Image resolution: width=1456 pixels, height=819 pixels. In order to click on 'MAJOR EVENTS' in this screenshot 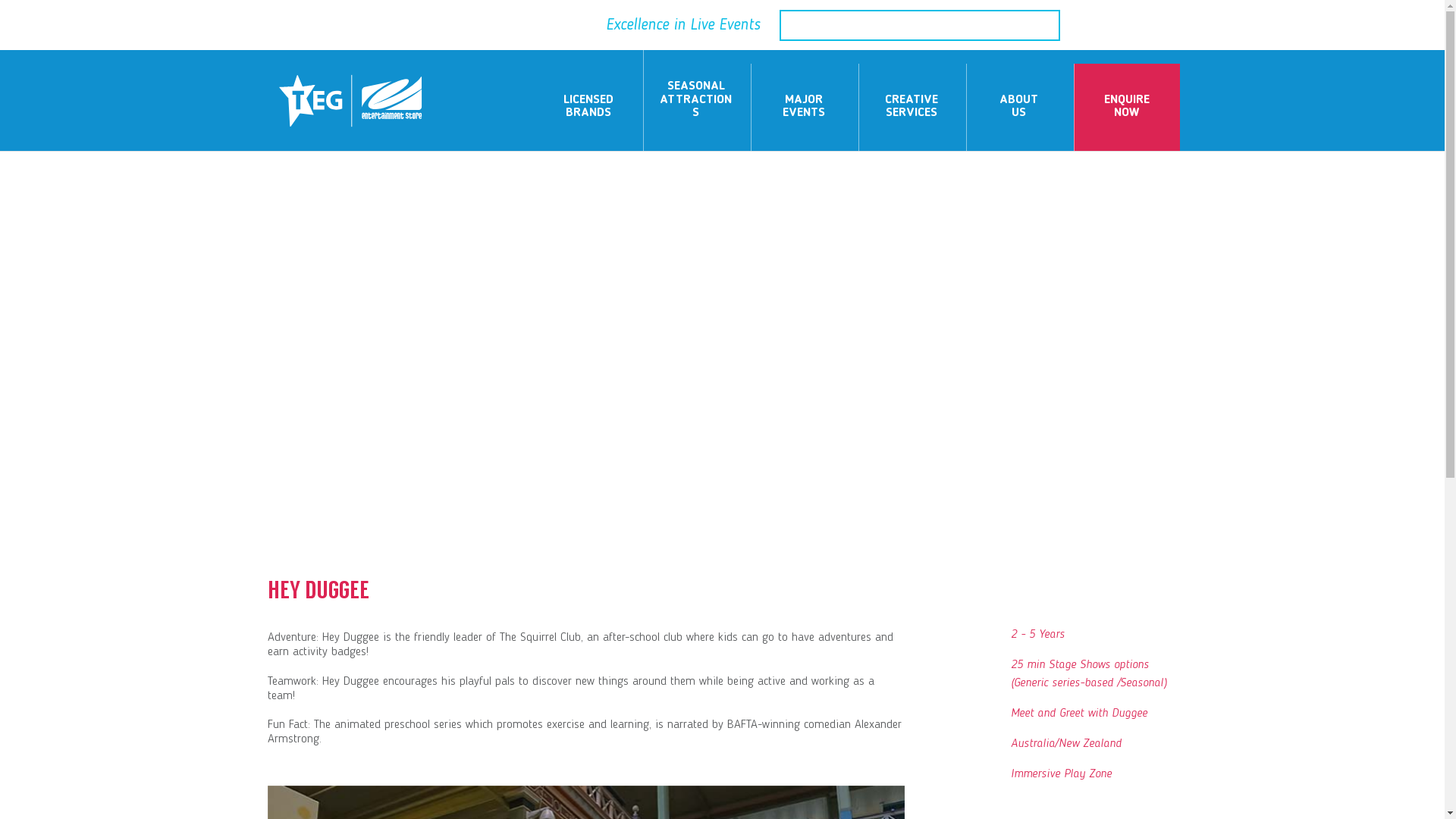, I will do `click(803, 106)`.